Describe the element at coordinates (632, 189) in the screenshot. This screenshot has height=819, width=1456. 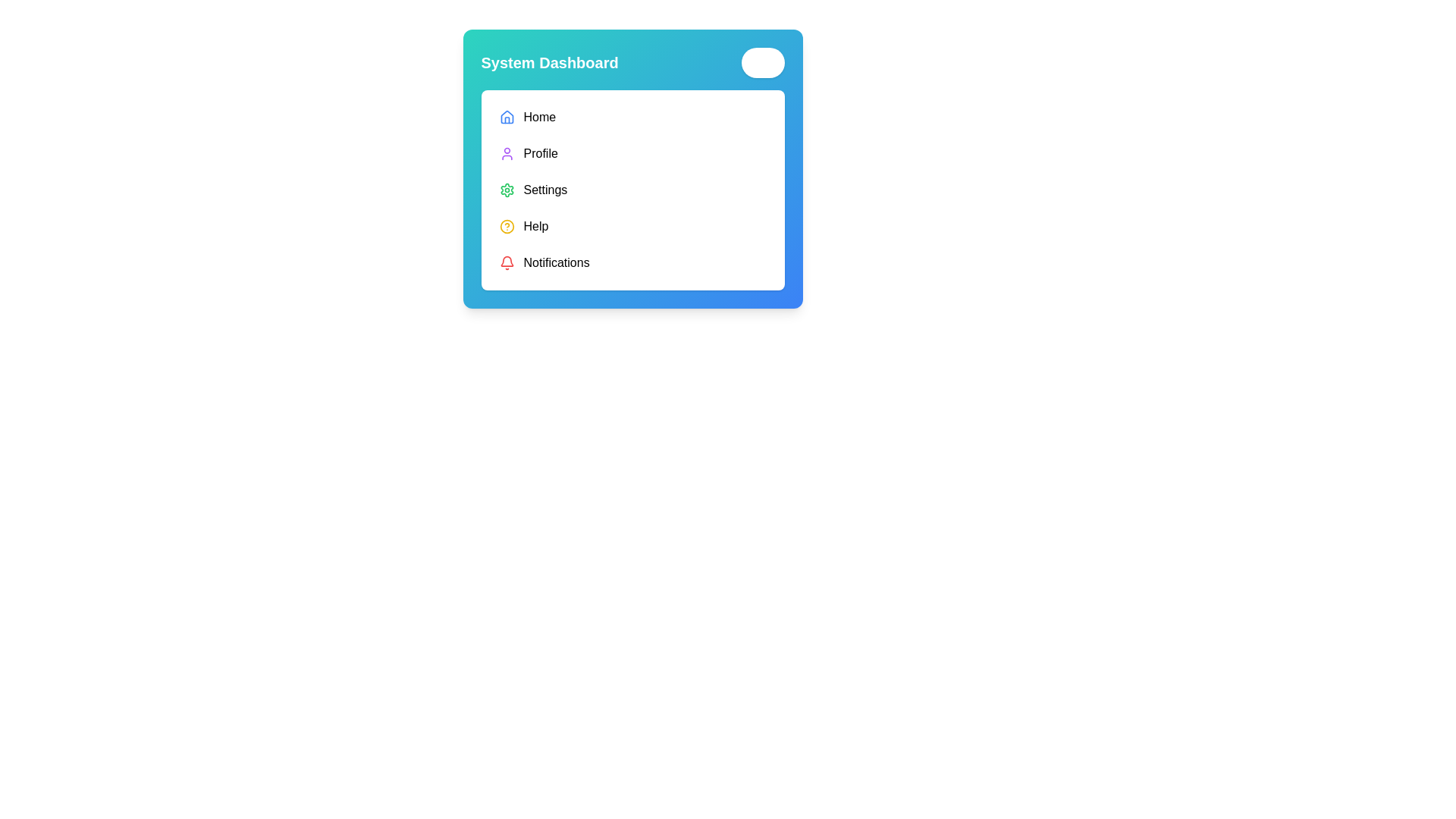
I see `a menu item in the white rounded corner Menu located within the 'System Dashboard' card` at that location.